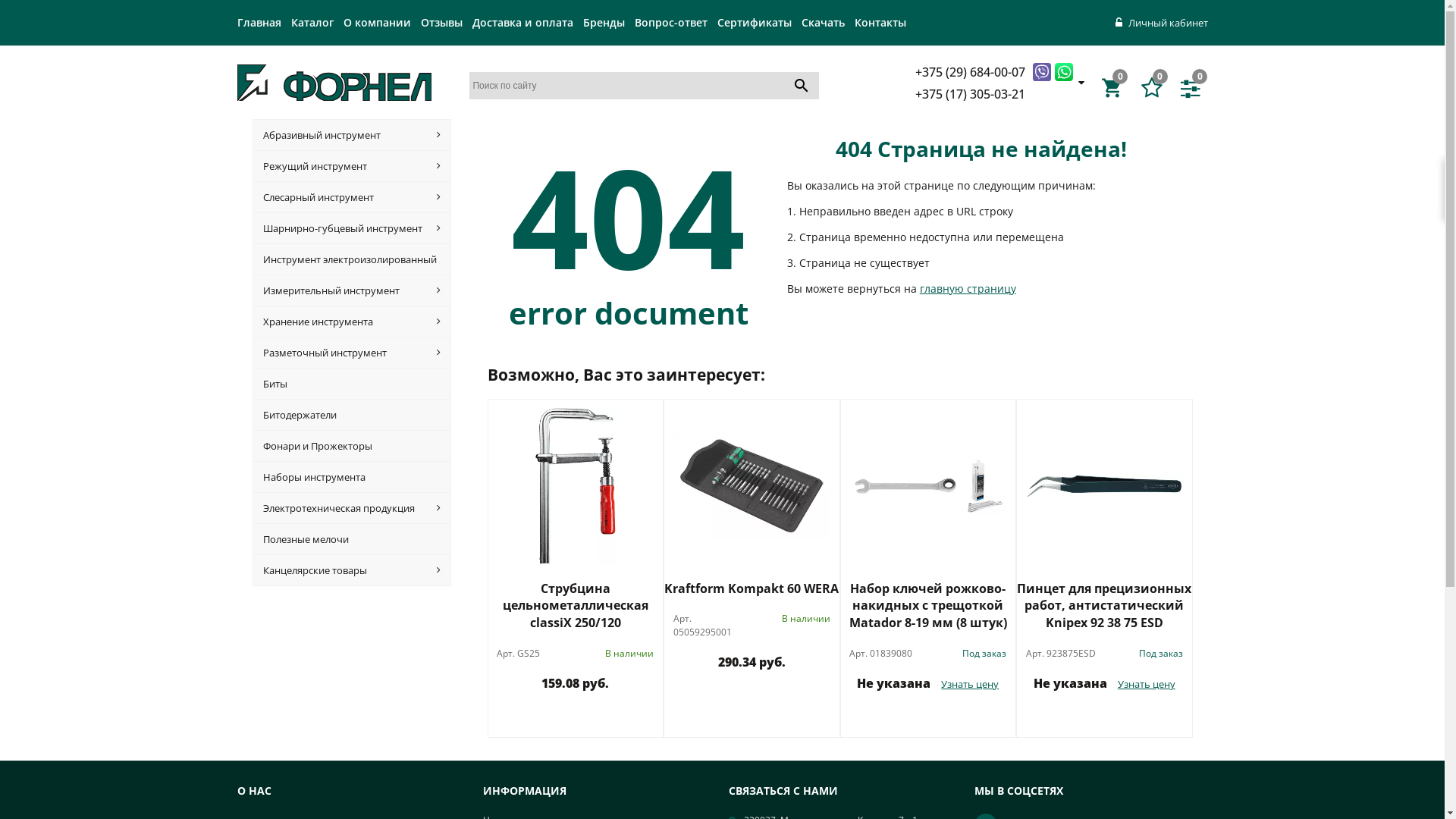 This screenshot has width=1456, height=819. Describe the element at coordinates (752, 588) in the screenshot. I see `'Kraftform Kompakt 60 WERA'` at that location.